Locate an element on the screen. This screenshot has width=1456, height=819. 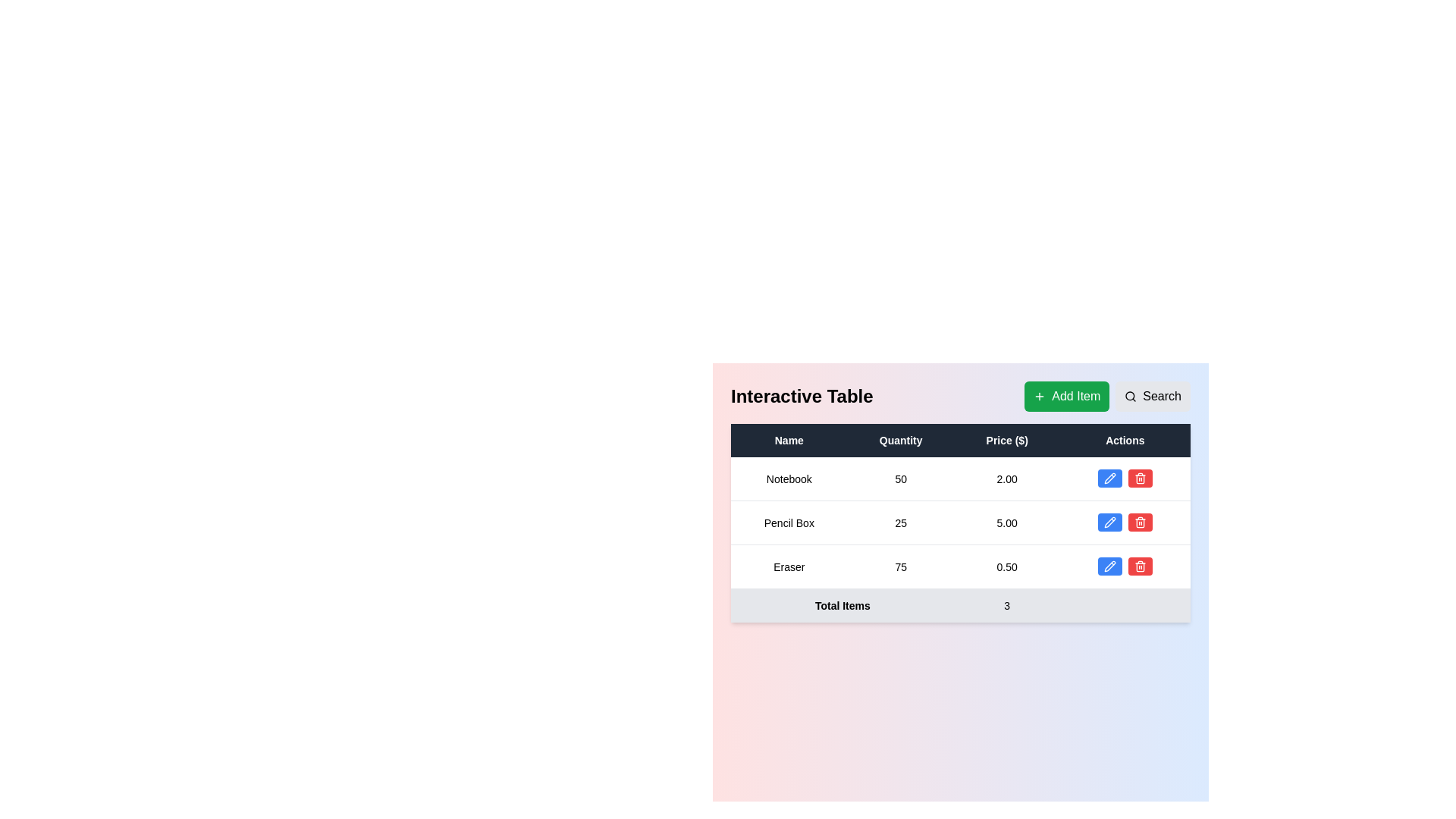
the Text Label indicating 'Pencil Box' is located at coordinates (789, 522).